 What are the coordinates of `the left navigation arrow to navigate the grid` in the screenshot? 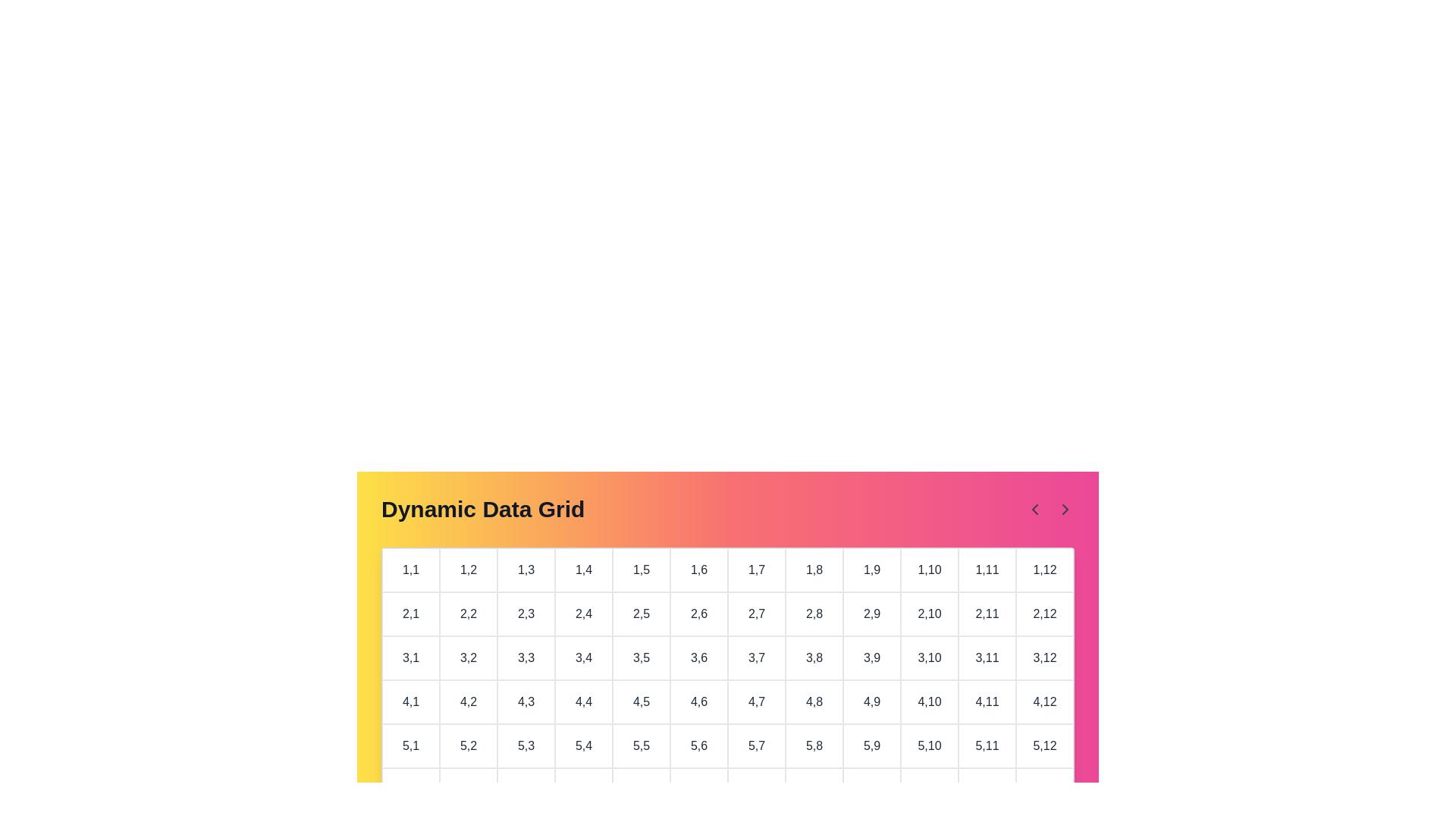 It's located at (1034, 509).